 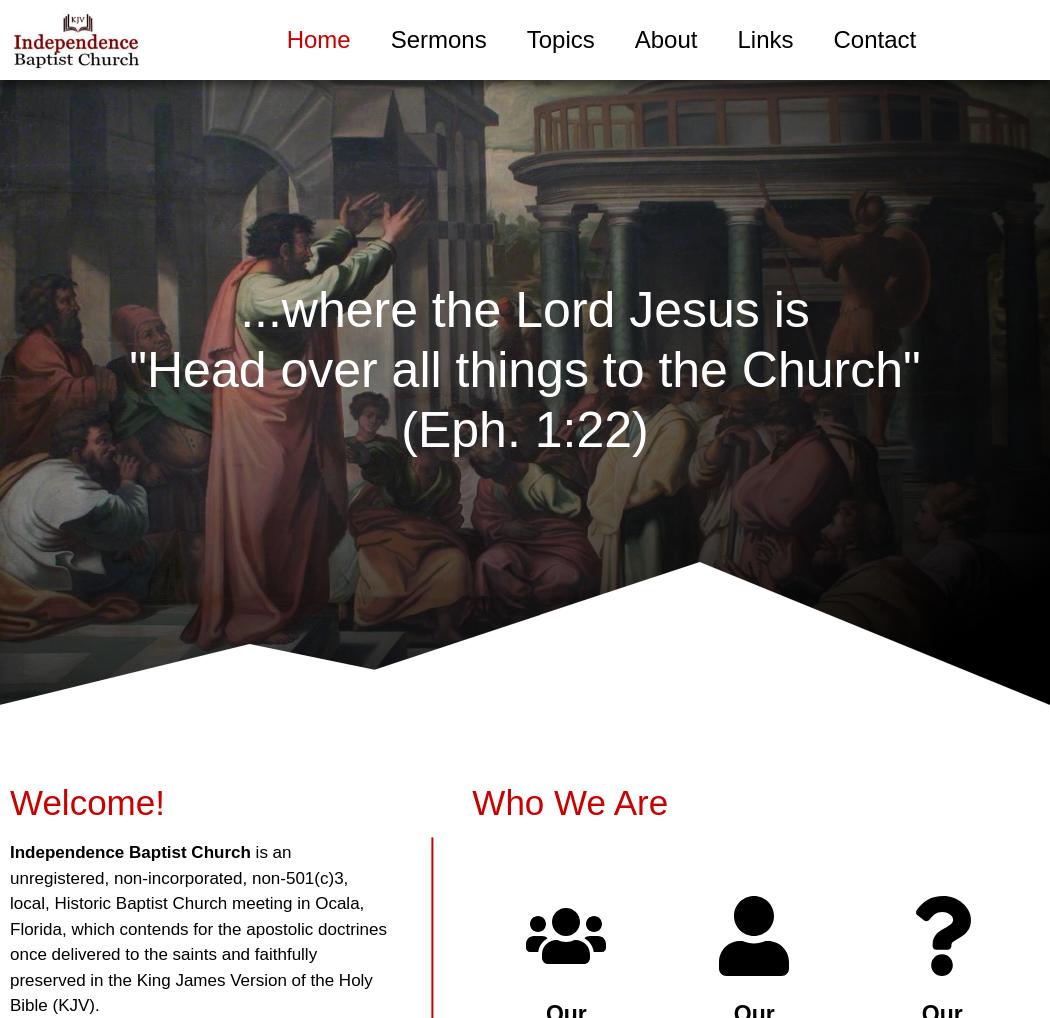 What do you see at coordinates (87, 802) in the screenshot?
I see `'Welcome!'` at bounding box center [87, 802].